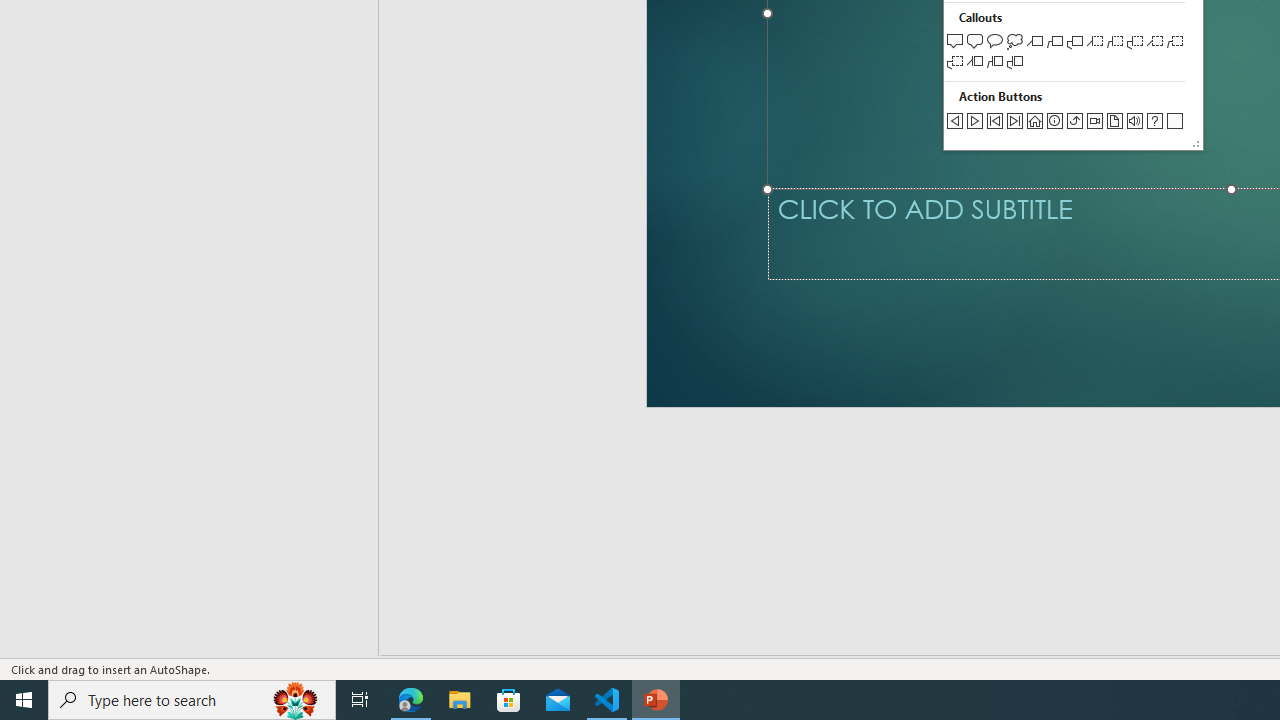  Describe the element at coordinates (410, 698) in the screenshot. I see `'Microsoft Edge - 1 running window'` at that location.